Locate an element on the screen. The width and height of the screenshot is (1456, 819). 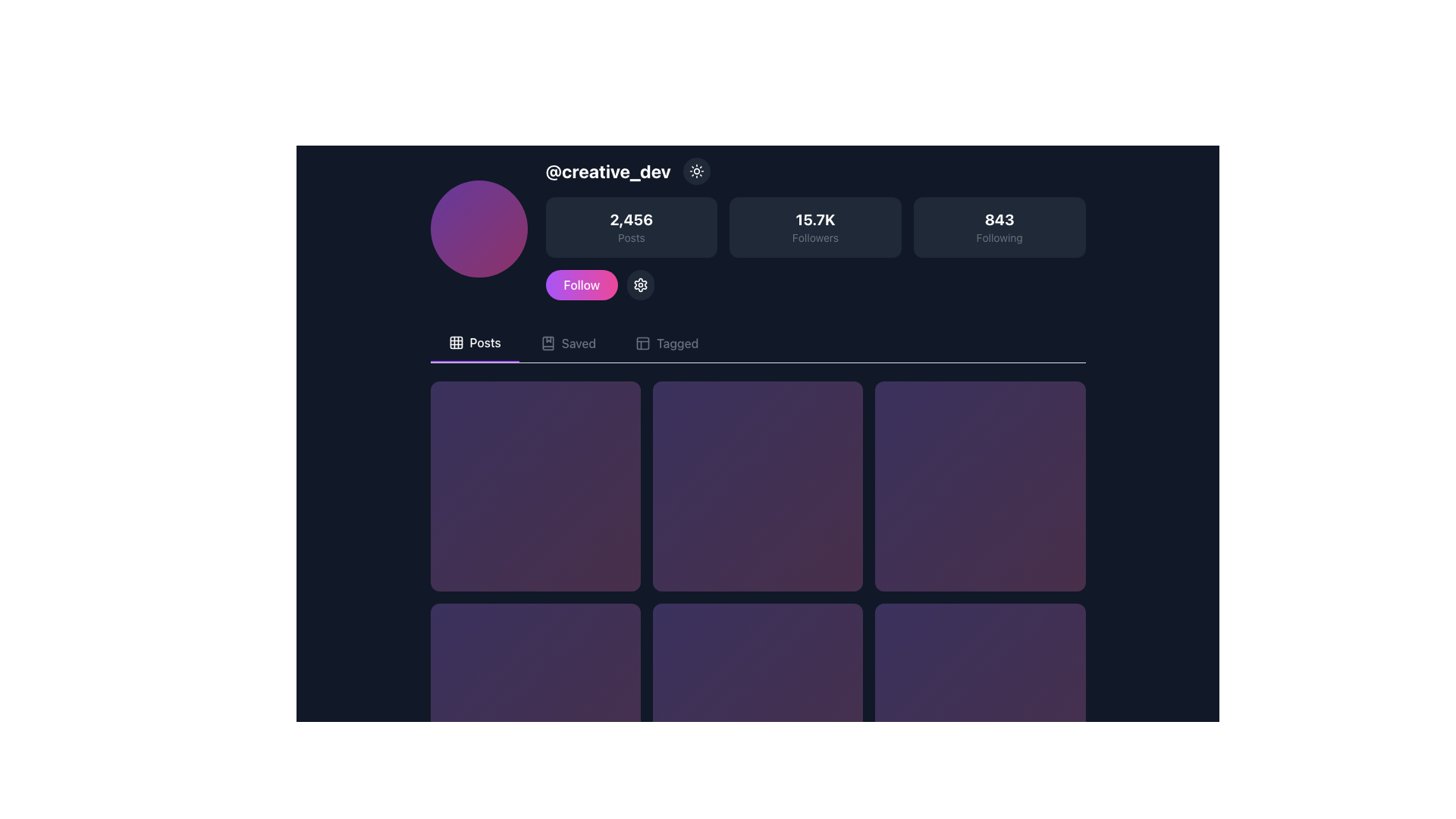
the 'Tagged' button, which features a grid icon and is styled with medium gray text against a dark background is located at coordinates (667, 343).